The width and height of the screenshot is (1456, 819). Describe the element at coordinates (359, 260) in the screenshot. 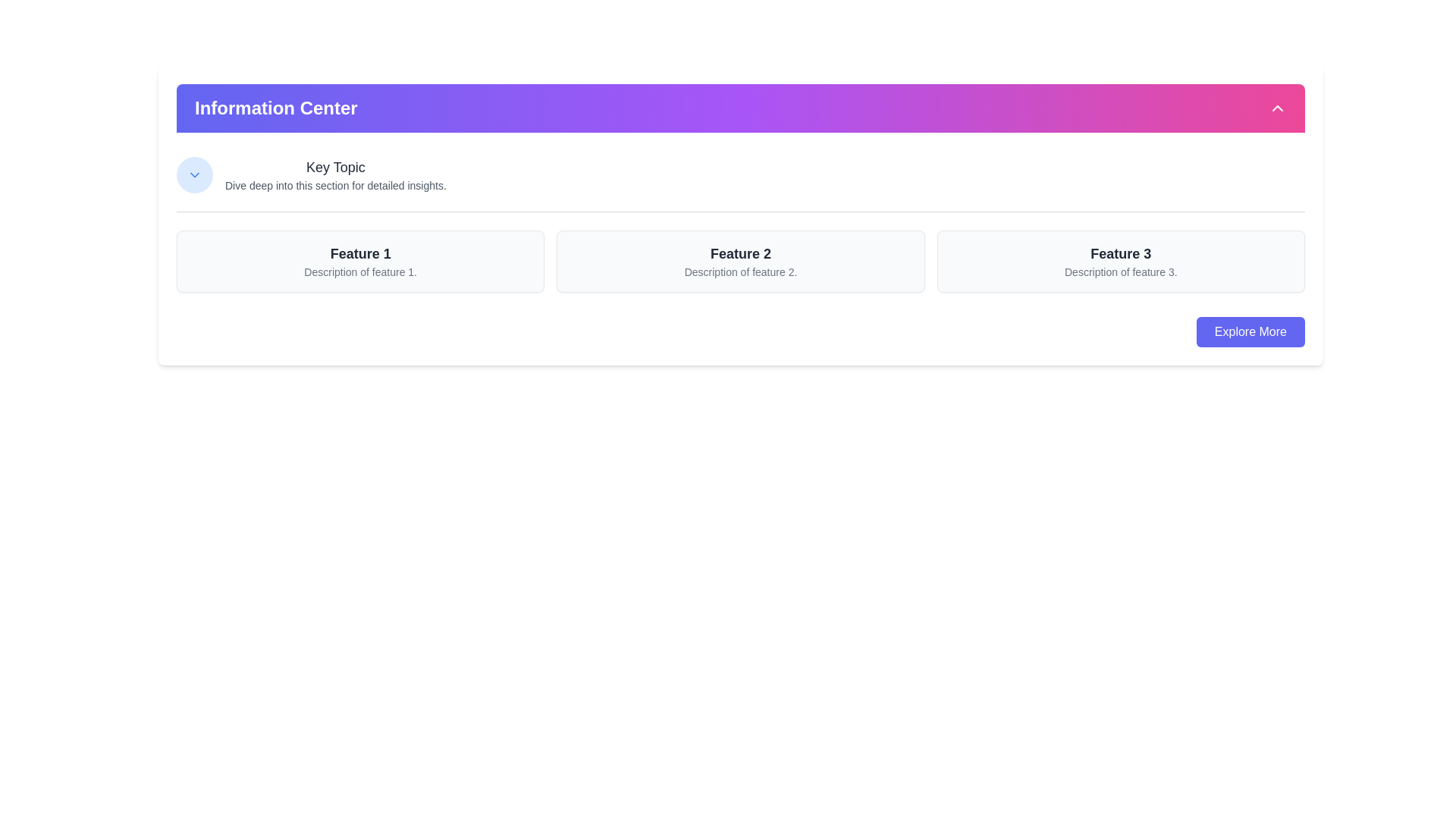

I see `the Informative card labeled 'Feature 1' which is located in the first column of the grid layout, below the title 'Information Center' and subtitle 'Key Topic'` at that location.